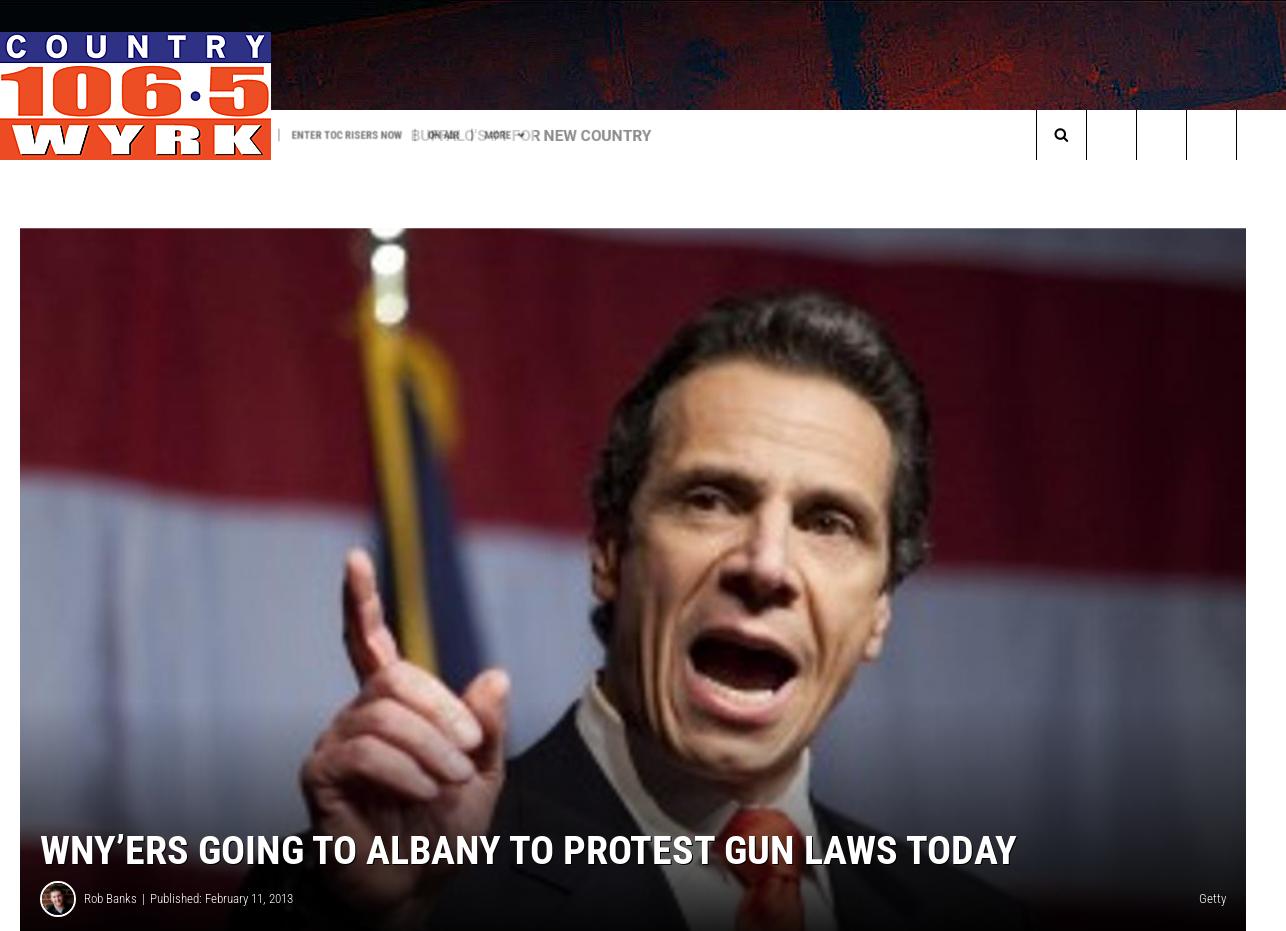  I want to click on 'Trending:', so click(47, 174).